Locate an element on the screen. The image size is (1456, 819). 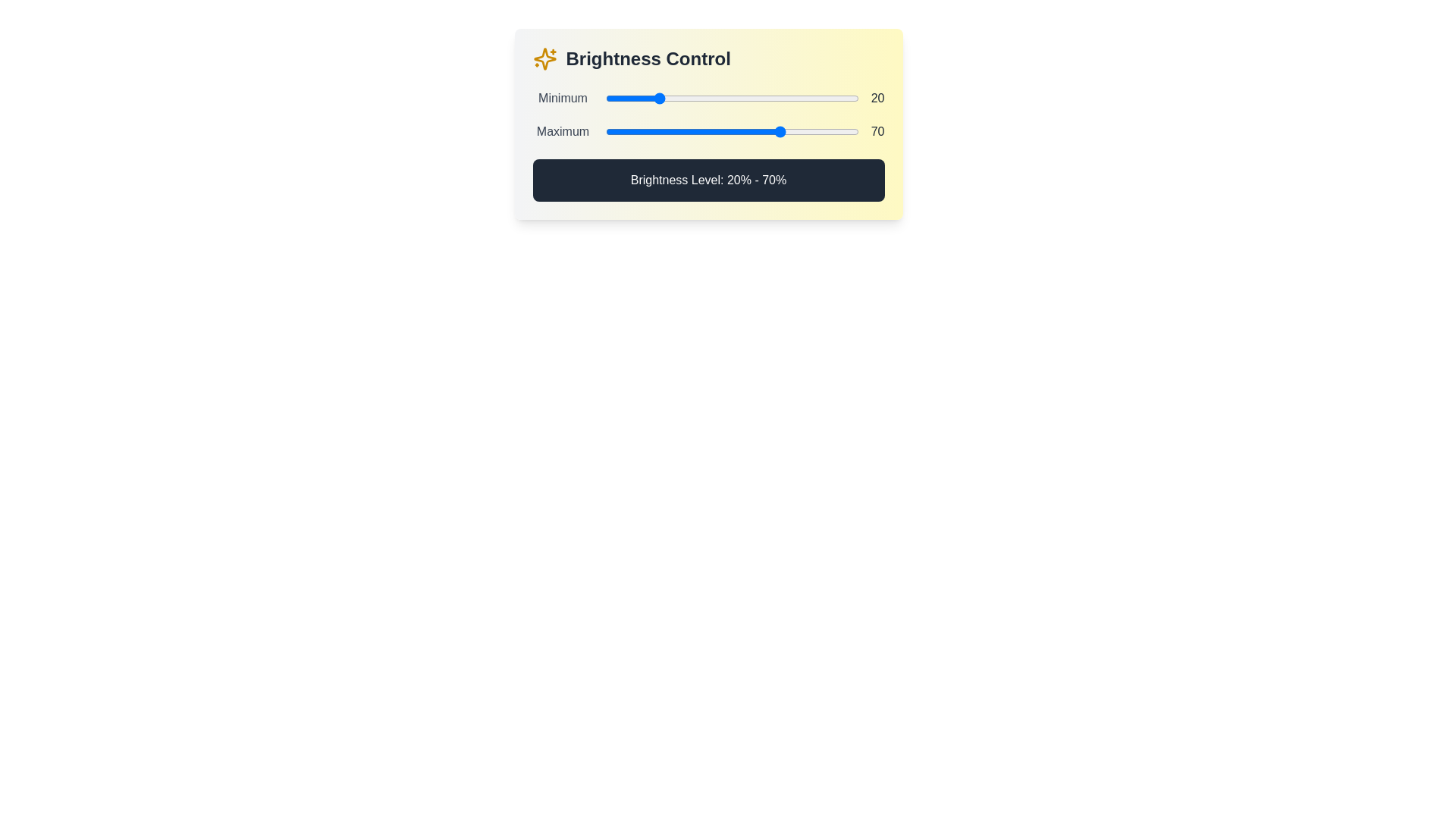
the minimum brightness level to 25% by interacting with the first slider is located at coordinates (668, 99).